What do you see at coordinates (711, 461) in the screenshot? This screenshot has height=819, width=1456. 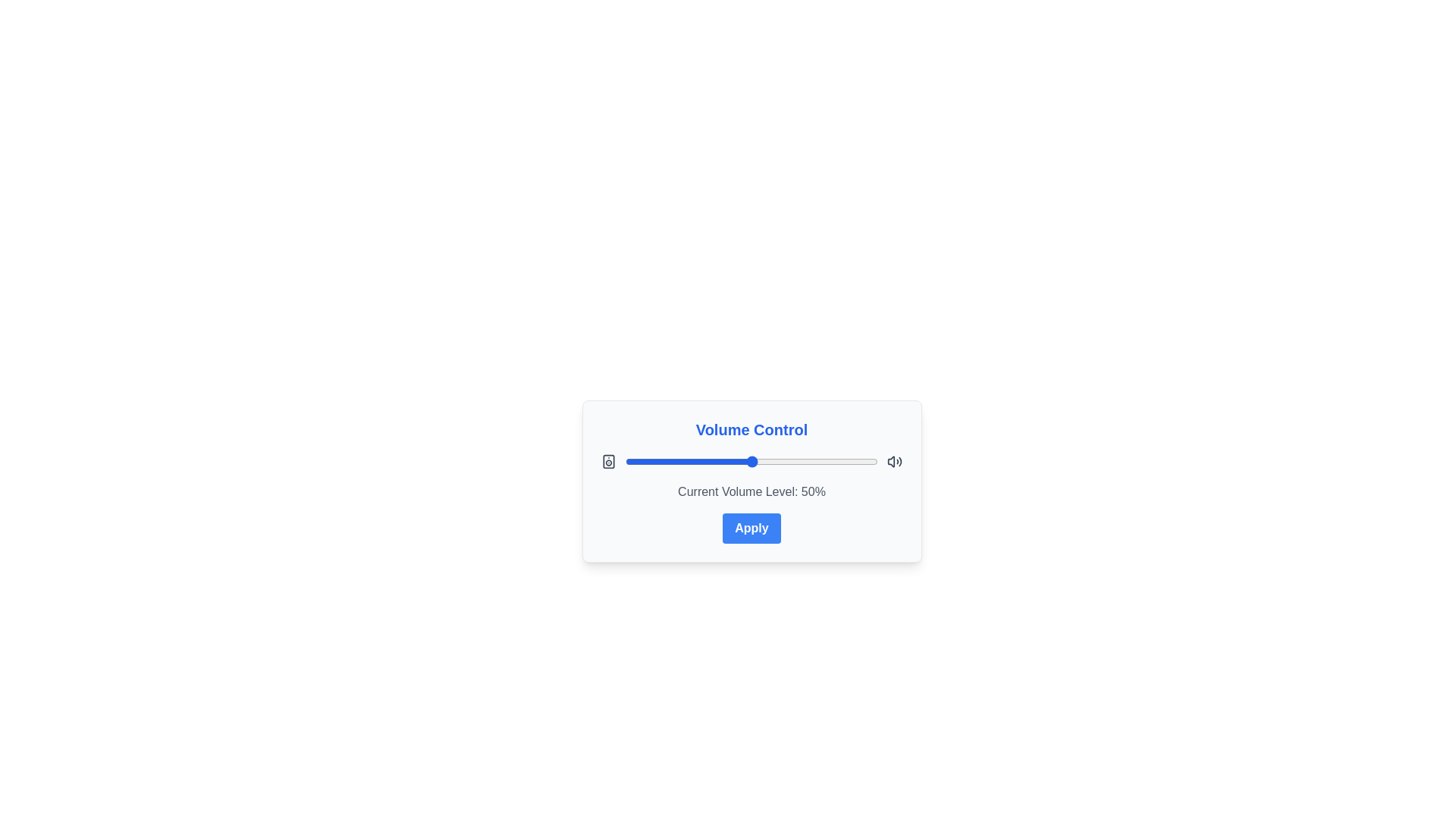 I see `the volume level` at bounding box center [711, 461].